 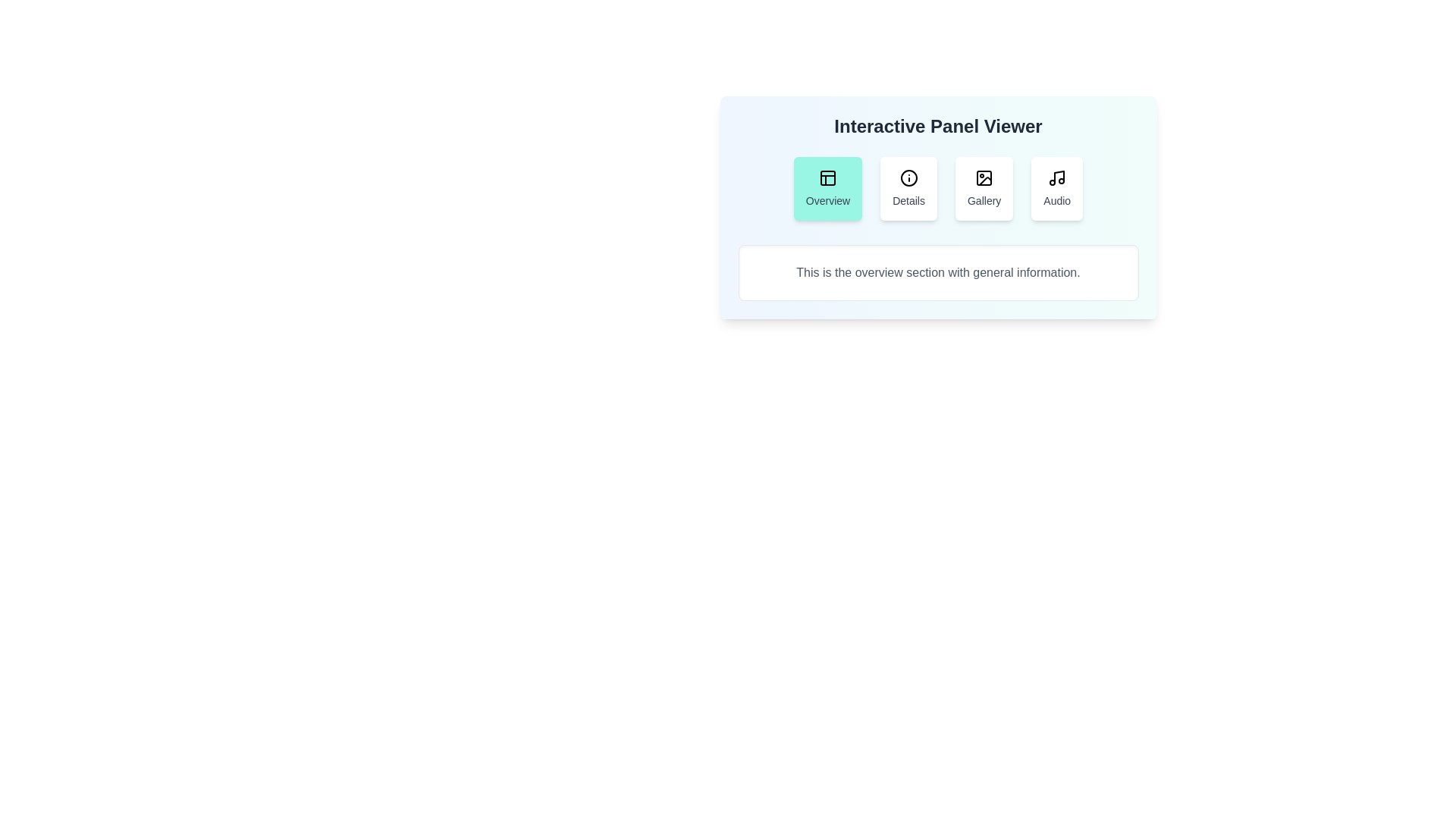 I want to click on the circular outline representing the 'info' icon, located in the top section of the interface as the second icon from the left in the 'Details' row, so click(x=908, y=177).